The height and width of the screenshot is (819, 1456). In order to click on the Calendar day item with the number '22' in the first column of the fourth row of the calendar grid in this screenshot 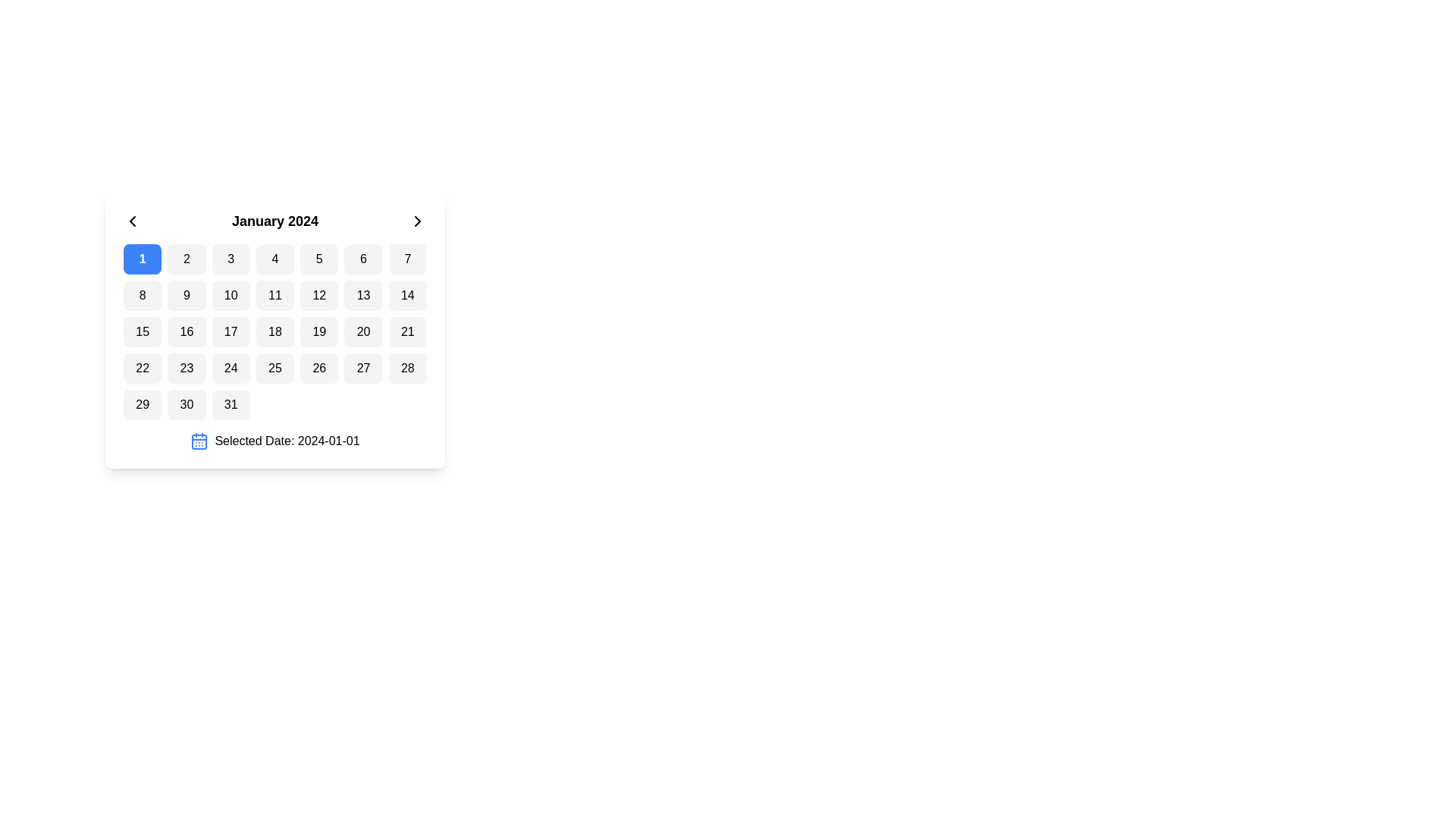, I will do `click(143, 369)`.